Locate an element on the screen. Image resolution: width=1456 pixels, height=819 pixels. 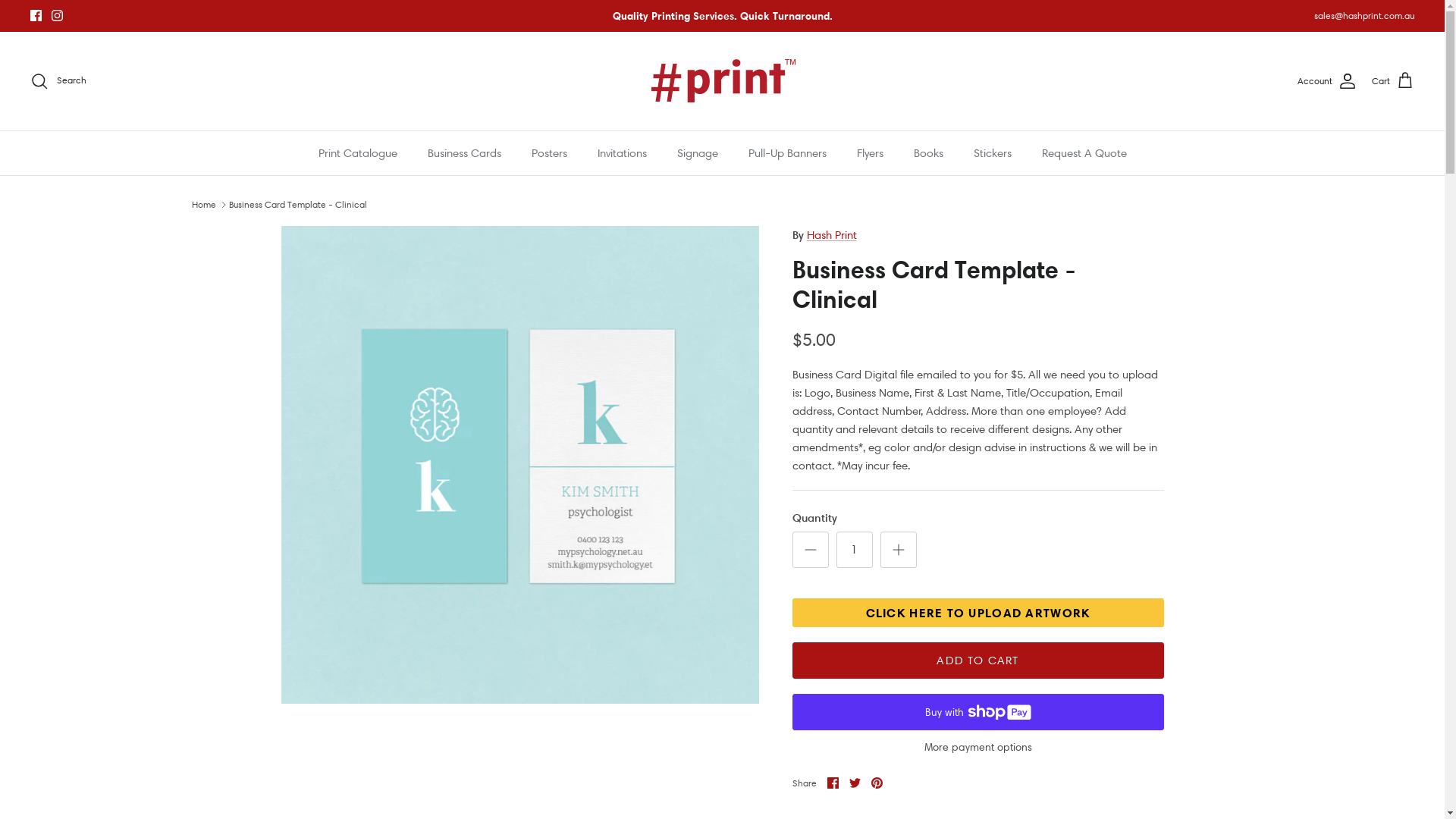
'Flyers' is located at coordinates (843, 153).